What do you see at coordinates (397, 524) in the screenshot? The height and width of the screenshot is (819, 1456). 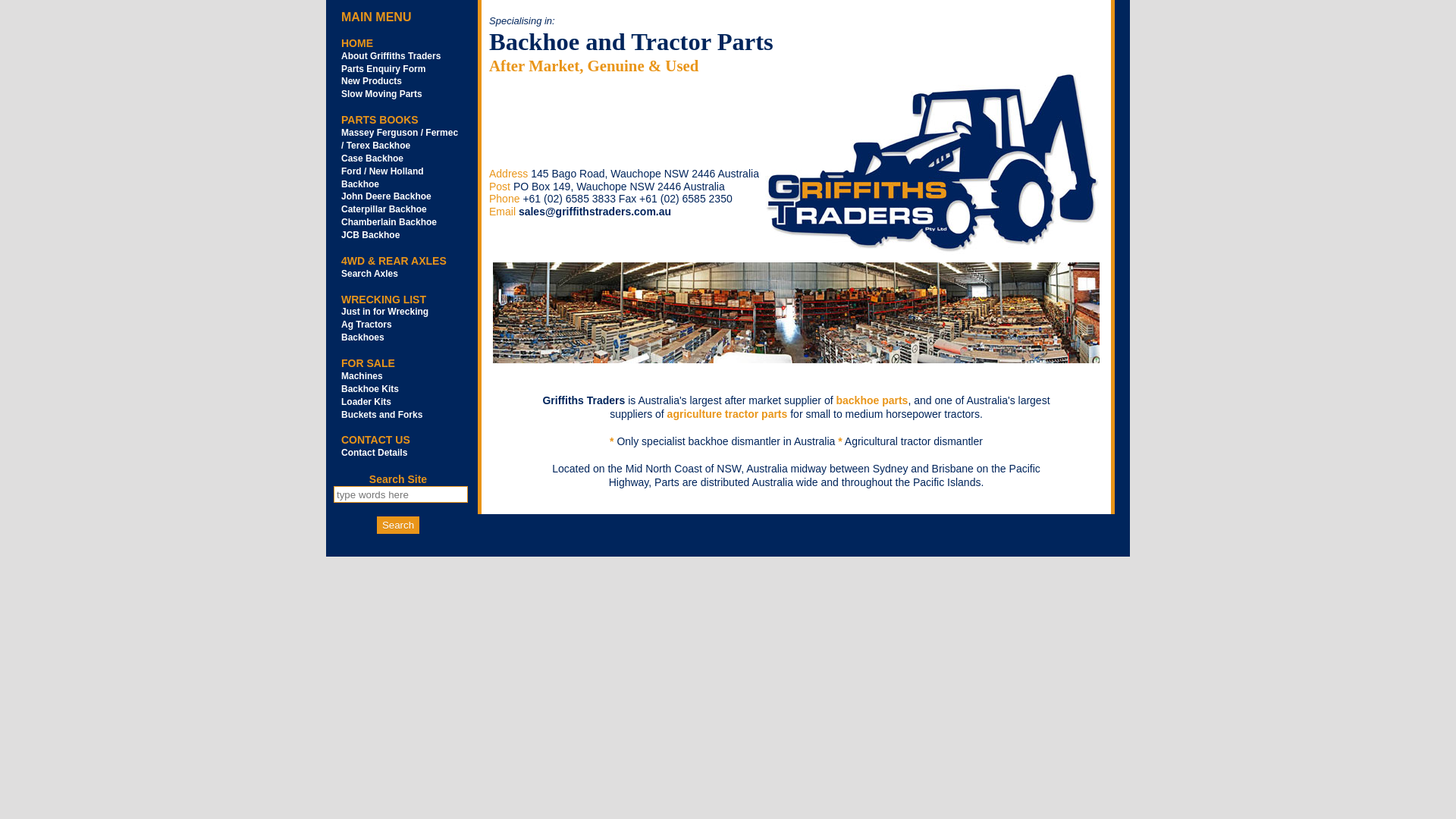 I see `'Search'` at bounding box center [397, 524].